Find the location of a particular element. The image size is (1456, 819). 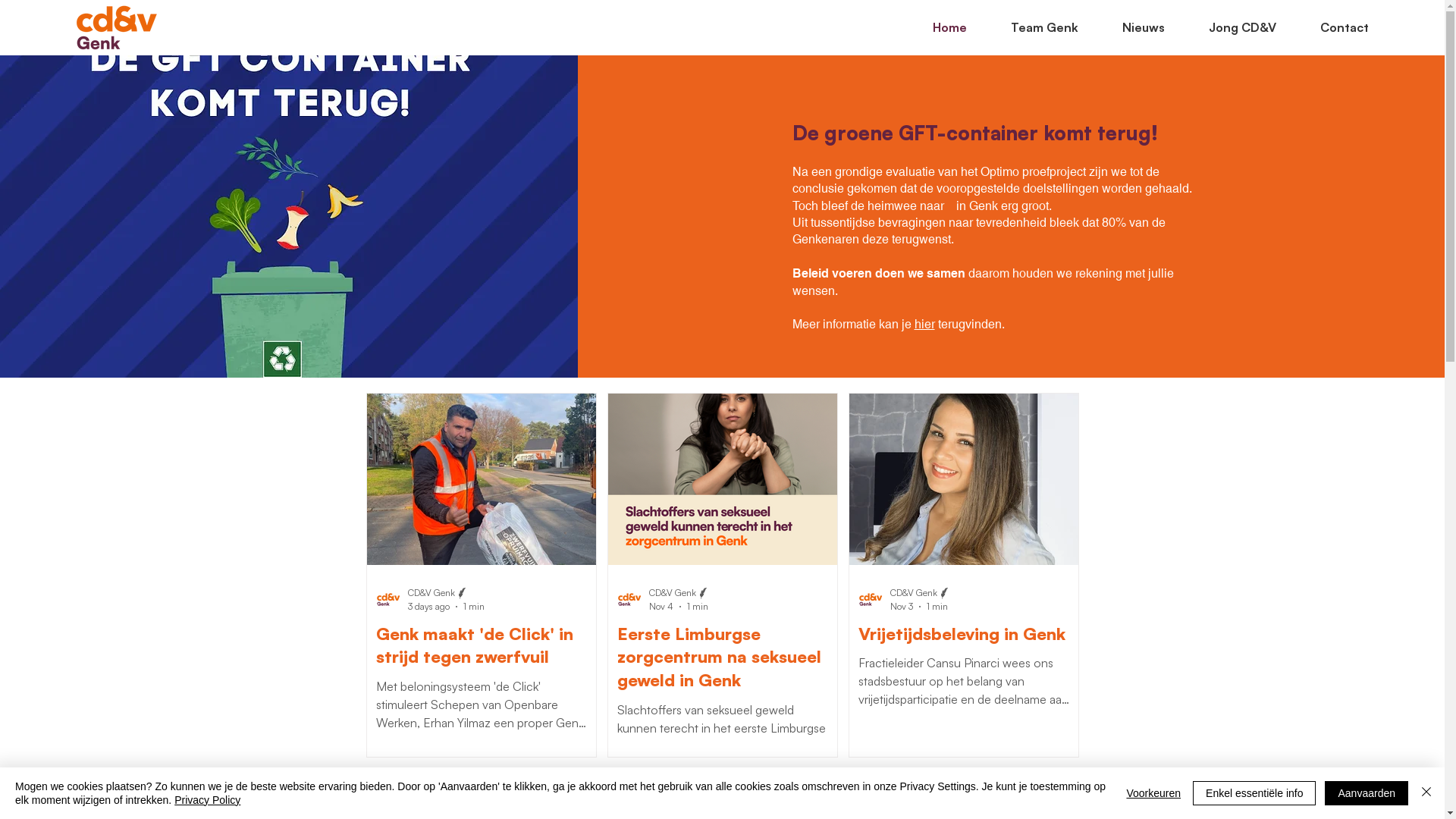

'Privacy Policy' is located at coordinates (206, 799).